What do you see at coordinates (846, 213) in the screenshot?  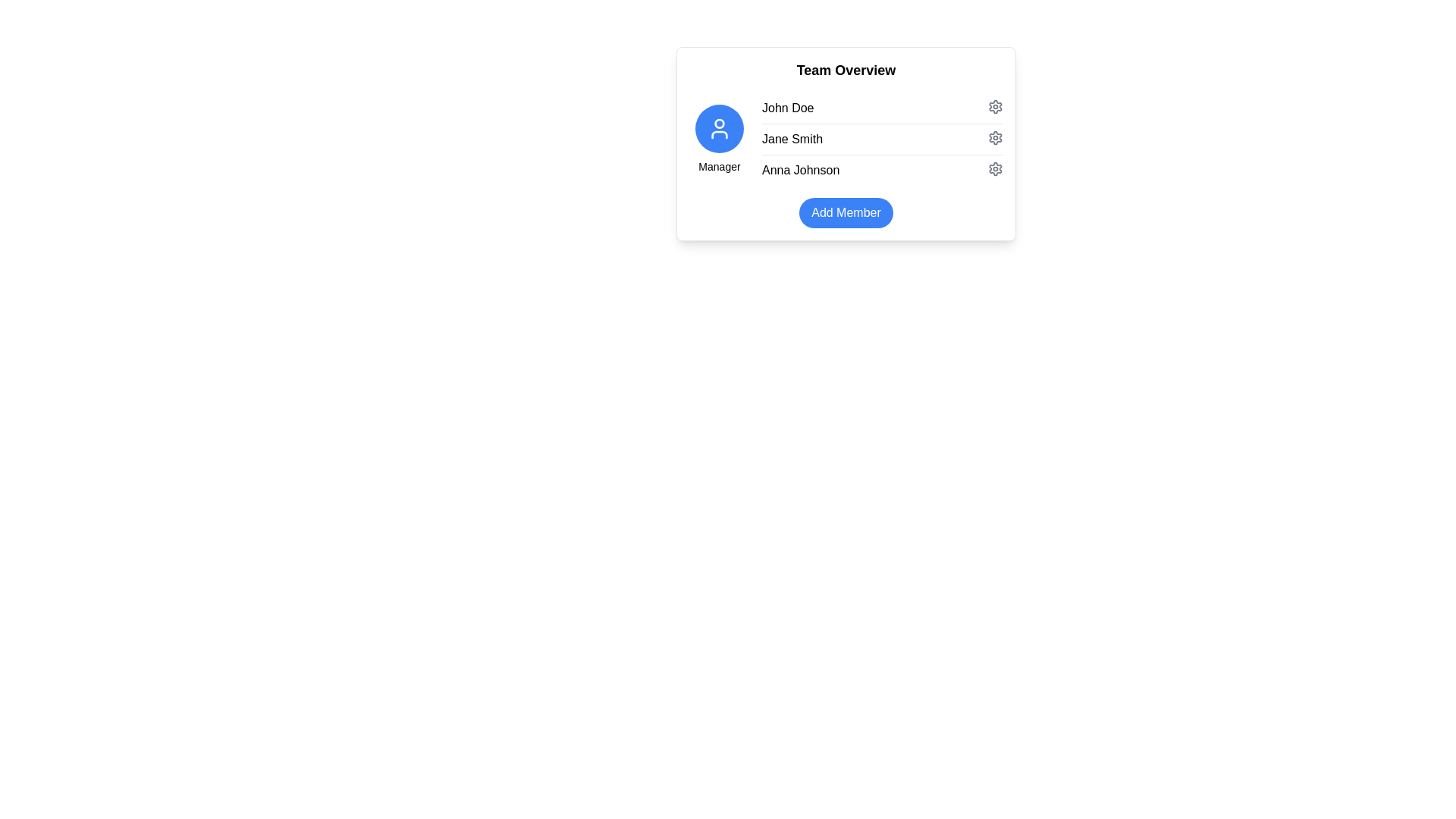 I see `the rounded rectangular button with a blue background labeled 'Add Member'` at bounding box center [846, 213].